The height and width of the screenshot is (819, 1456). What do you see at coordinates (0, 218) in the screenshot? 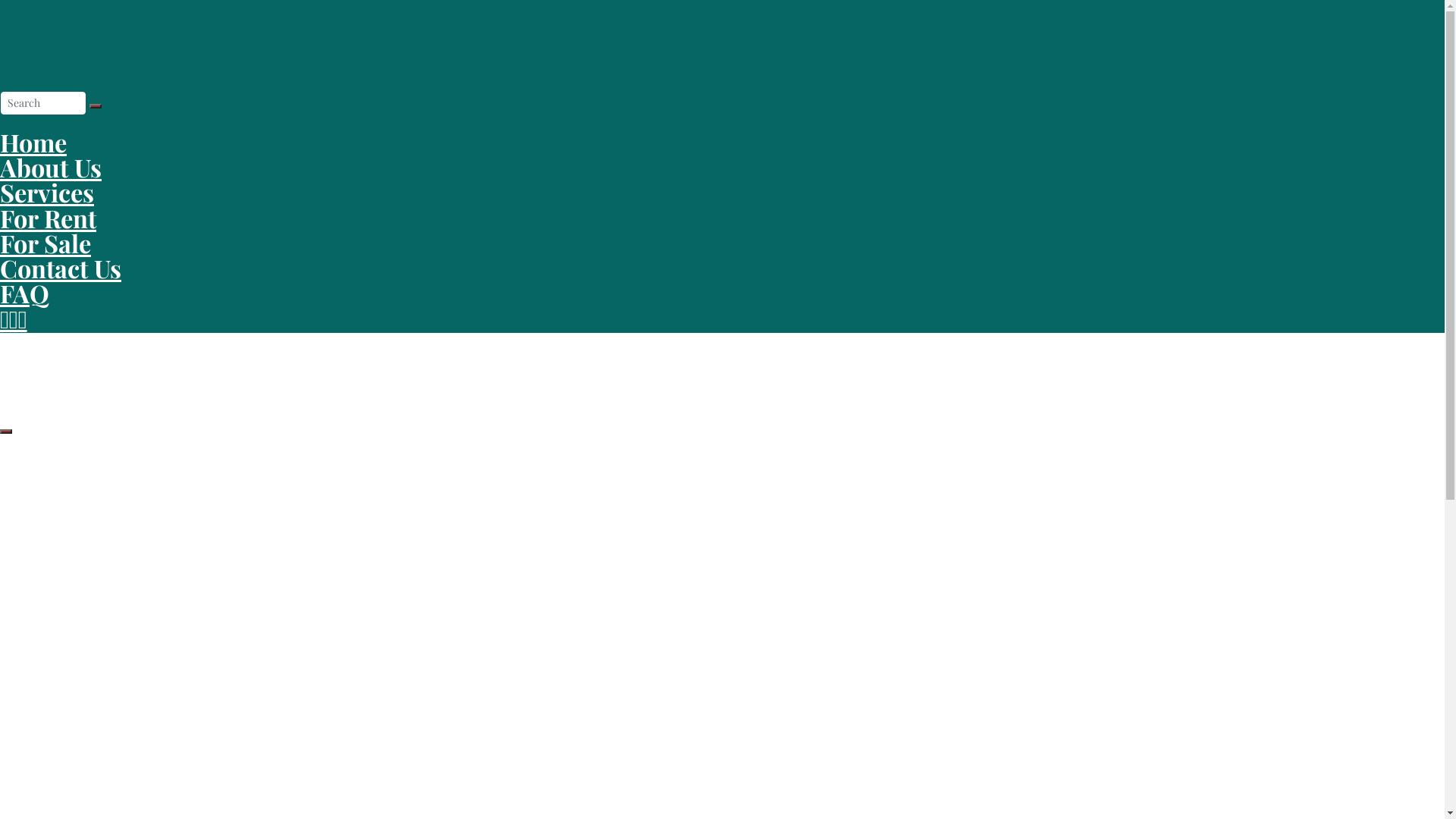
I see `'For Rent'` at bounding box center [0, 218].